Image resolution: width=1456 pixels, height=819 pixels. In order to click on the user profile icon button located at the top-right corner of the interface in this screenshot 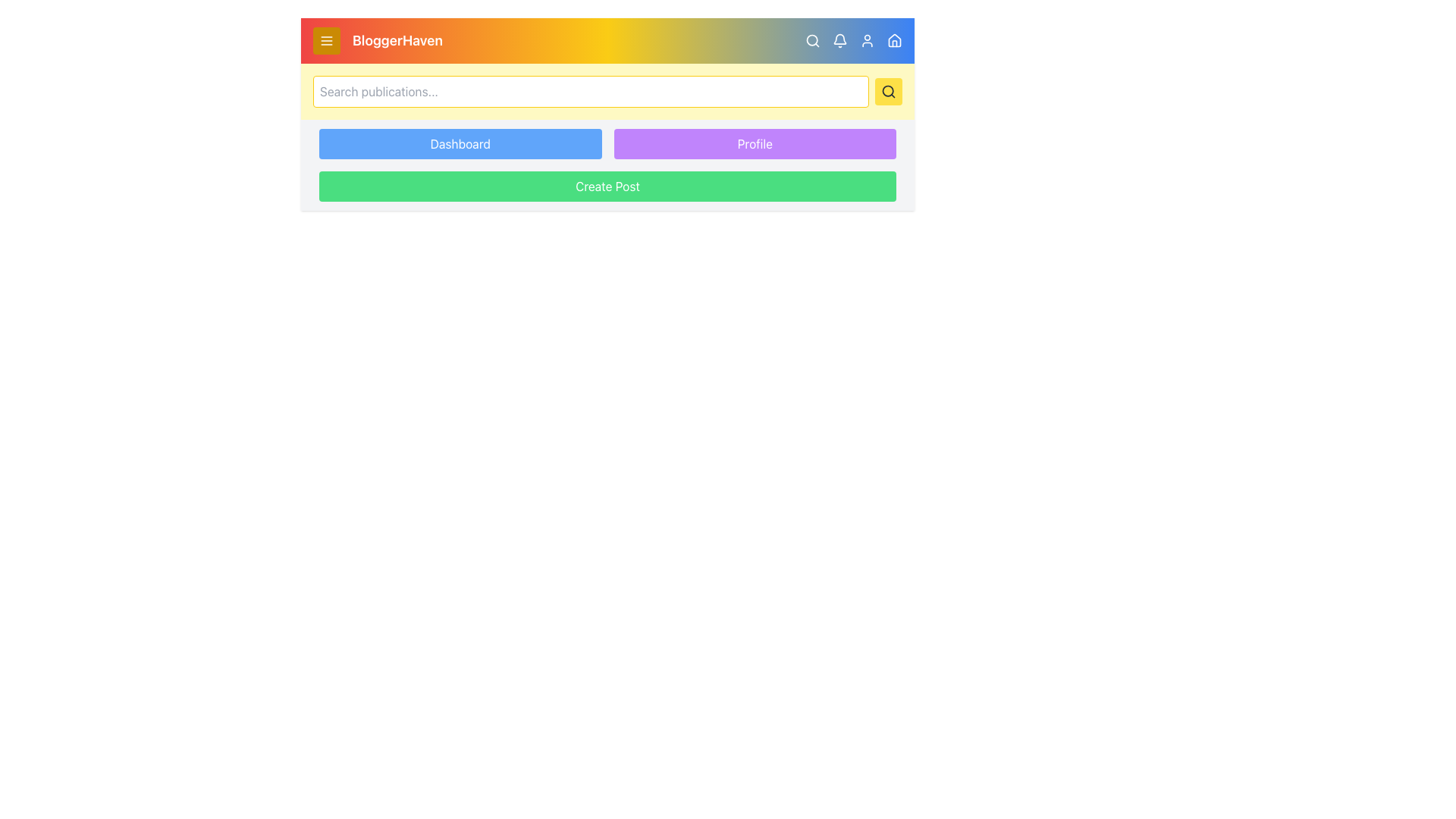, I will do `click(867, 40)`.